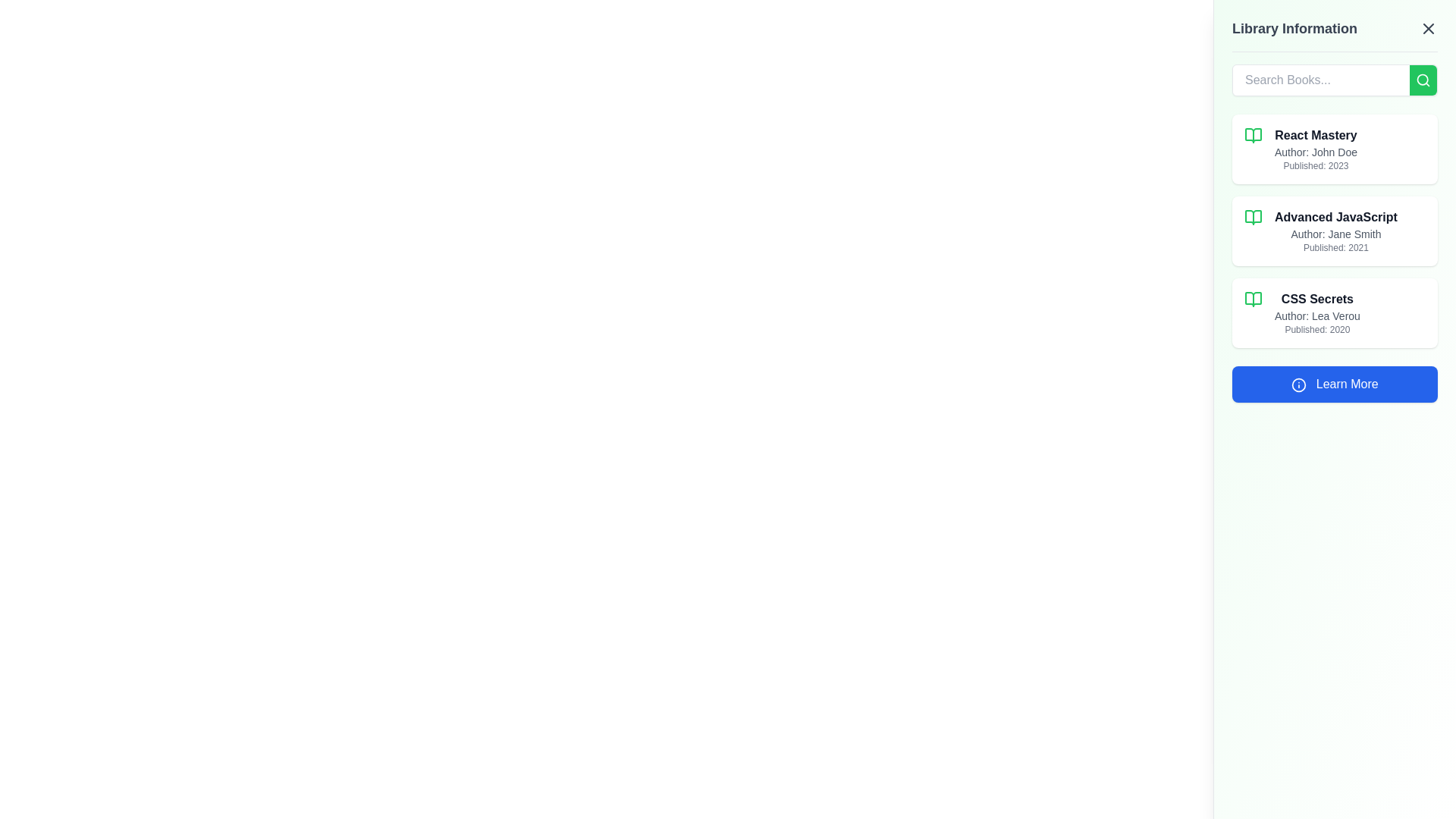 This screenshot has height=819, width=1456. What do you see at coordinates (1422, 80) in the screenshot?
I see `the search icon located in the green circular button at the top-right corner of the sidebar` at bounding box center [1422, 80].